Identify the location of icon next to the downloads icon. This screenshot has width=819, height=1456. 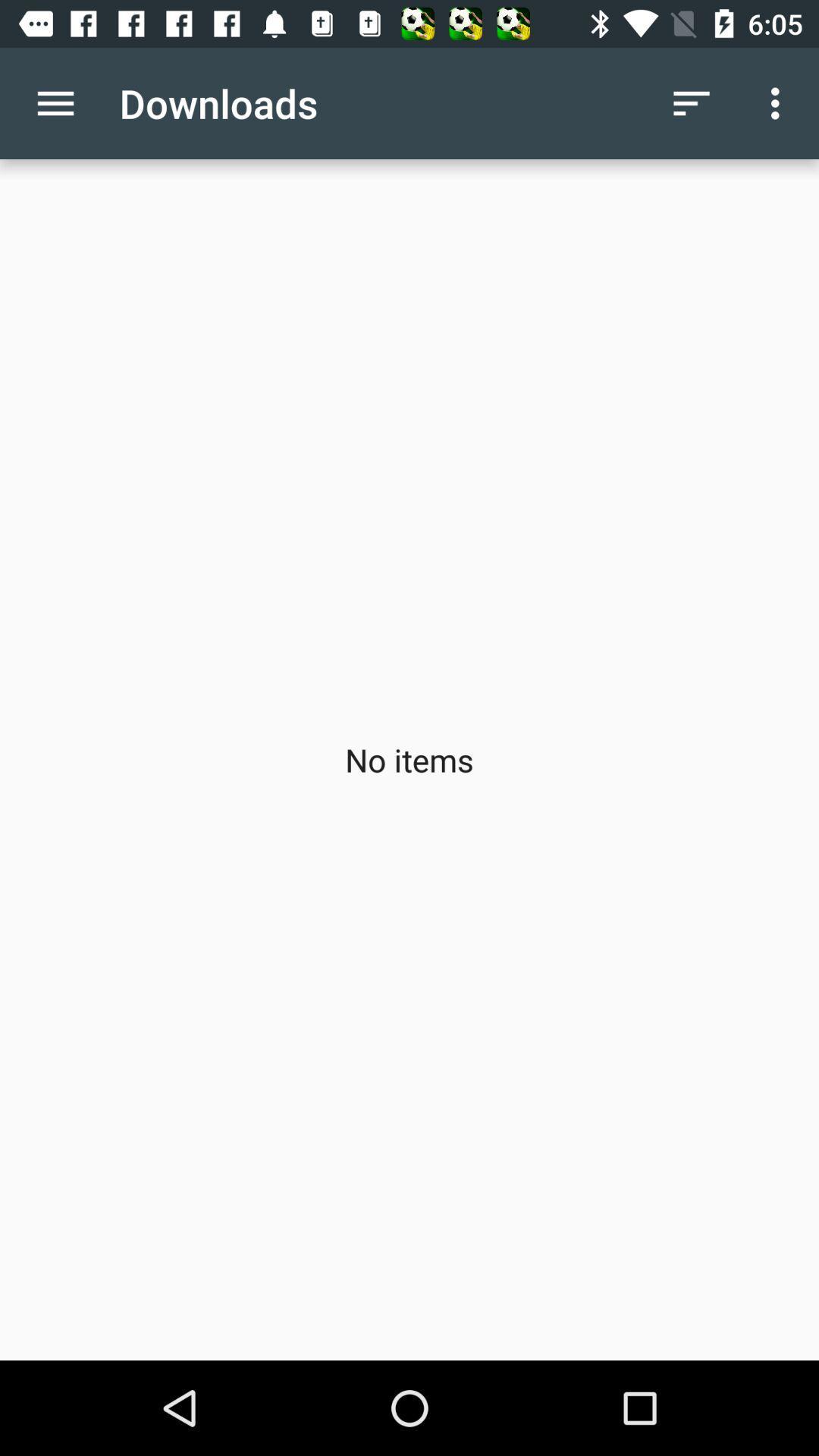
(691, 102).